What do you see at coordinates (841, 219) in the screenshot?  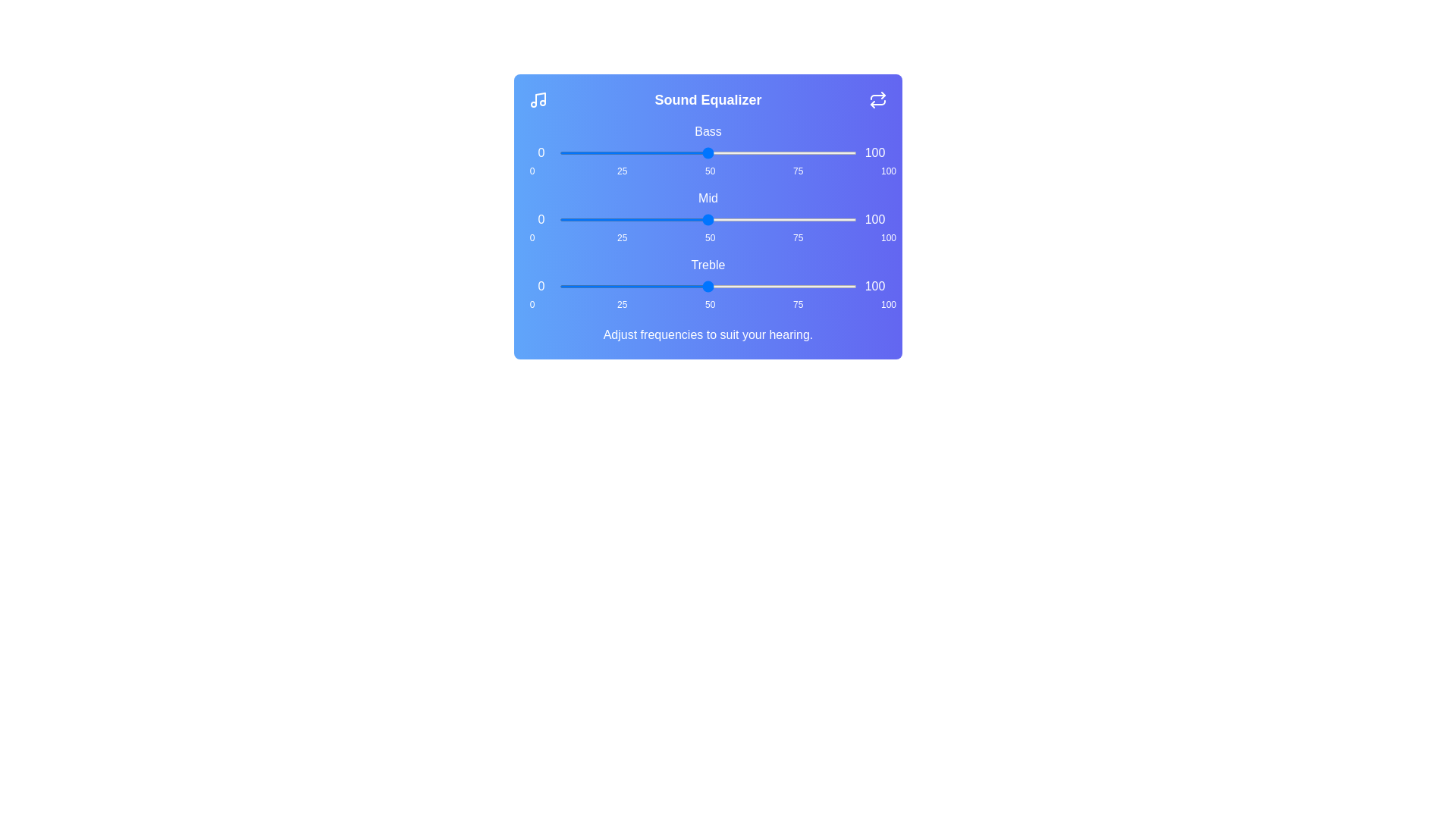 I see `the 'mid' slider to 95` at bounding box center [841, 219].